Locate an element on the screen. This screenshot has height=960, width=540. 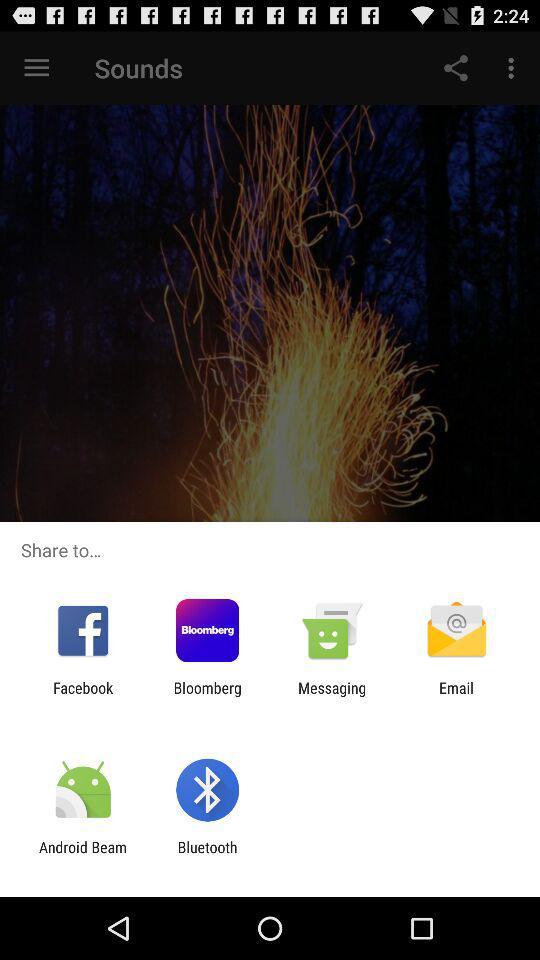
messaging item is located at coordinates (332, 696).